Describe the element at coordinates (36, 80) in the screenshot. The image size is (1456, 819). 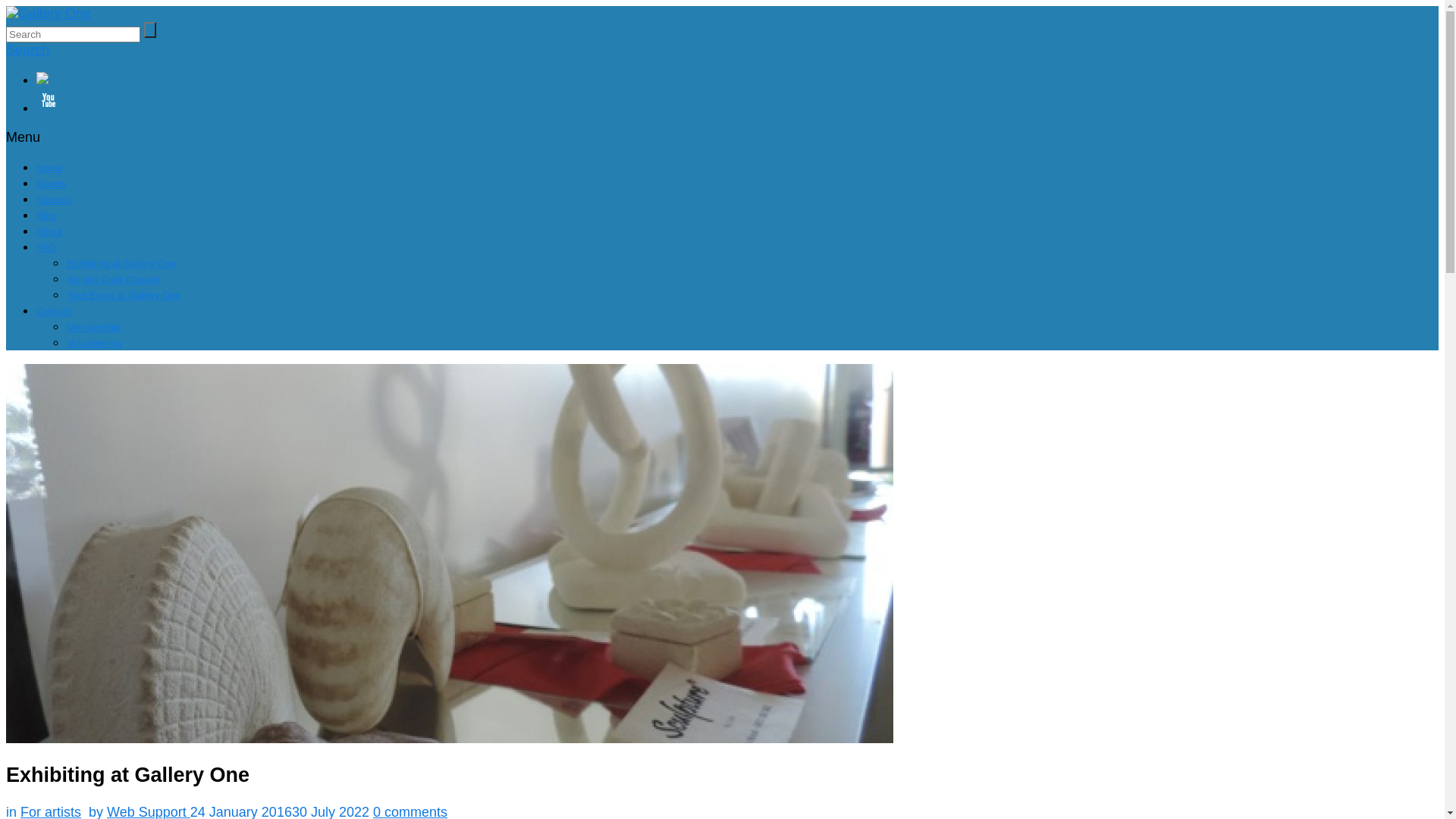
I see `'Gallery One on Facebook'` at that location.